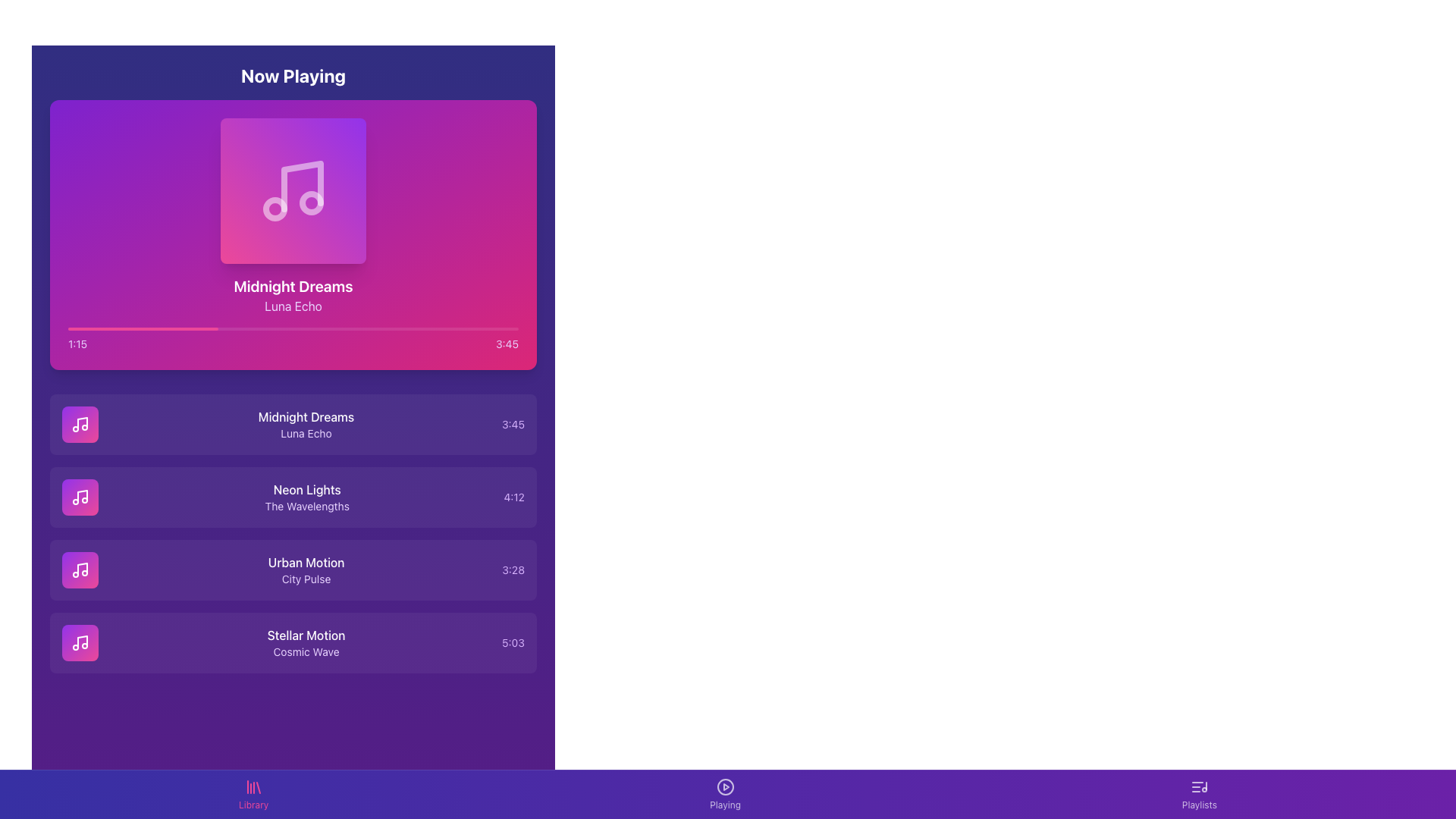 The width and height of the screenshot is (1456, 819). Describe the element at coordinates (293, 643) in the screenshot. I see `the fourth item in the playlist interface` at that location.